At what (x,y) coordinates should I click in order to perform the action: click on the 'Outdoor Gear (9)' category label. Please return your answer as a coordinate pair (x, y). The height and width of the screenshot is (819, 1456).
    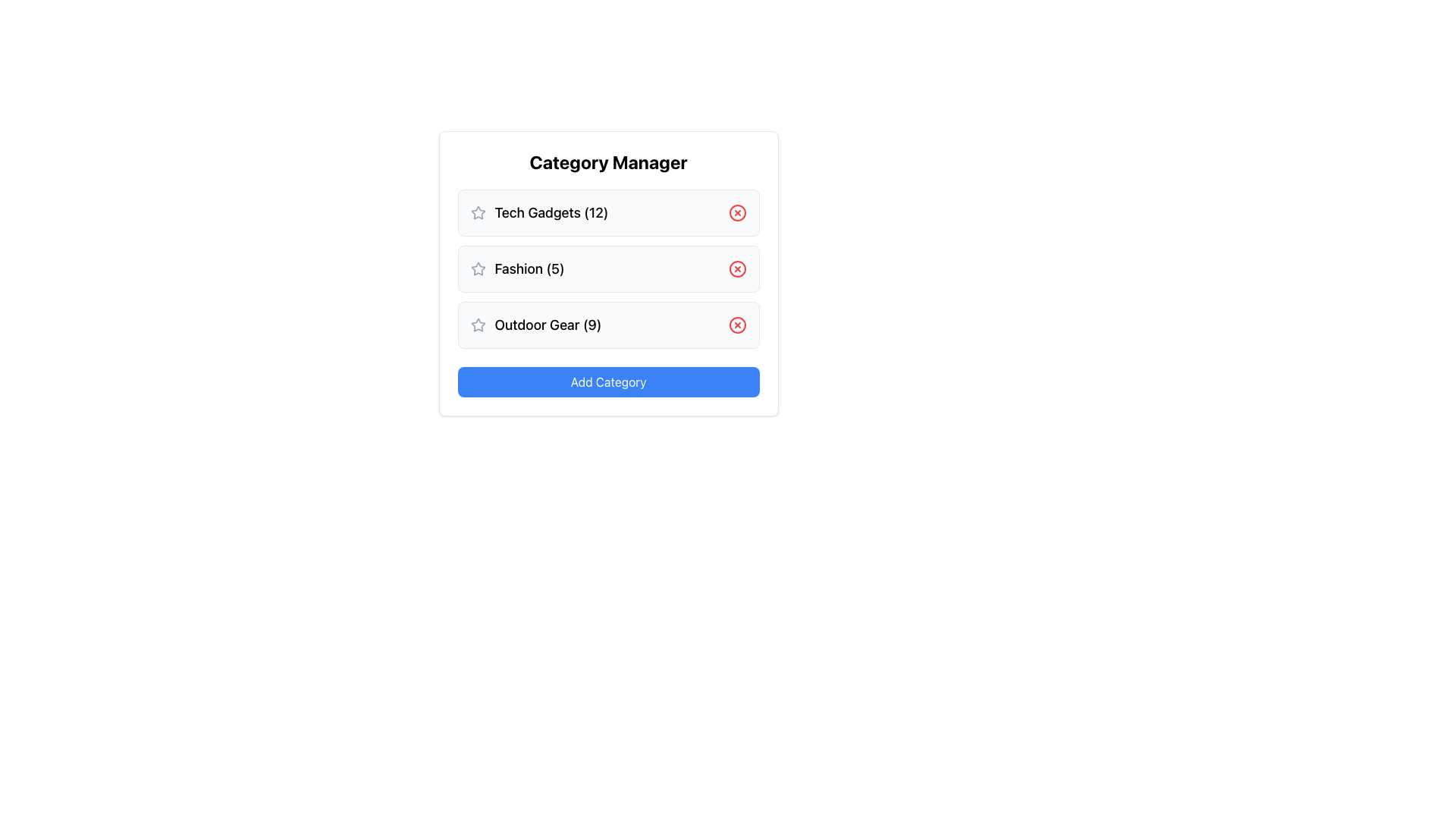
    Looking at the image, I should click on (535, 324).